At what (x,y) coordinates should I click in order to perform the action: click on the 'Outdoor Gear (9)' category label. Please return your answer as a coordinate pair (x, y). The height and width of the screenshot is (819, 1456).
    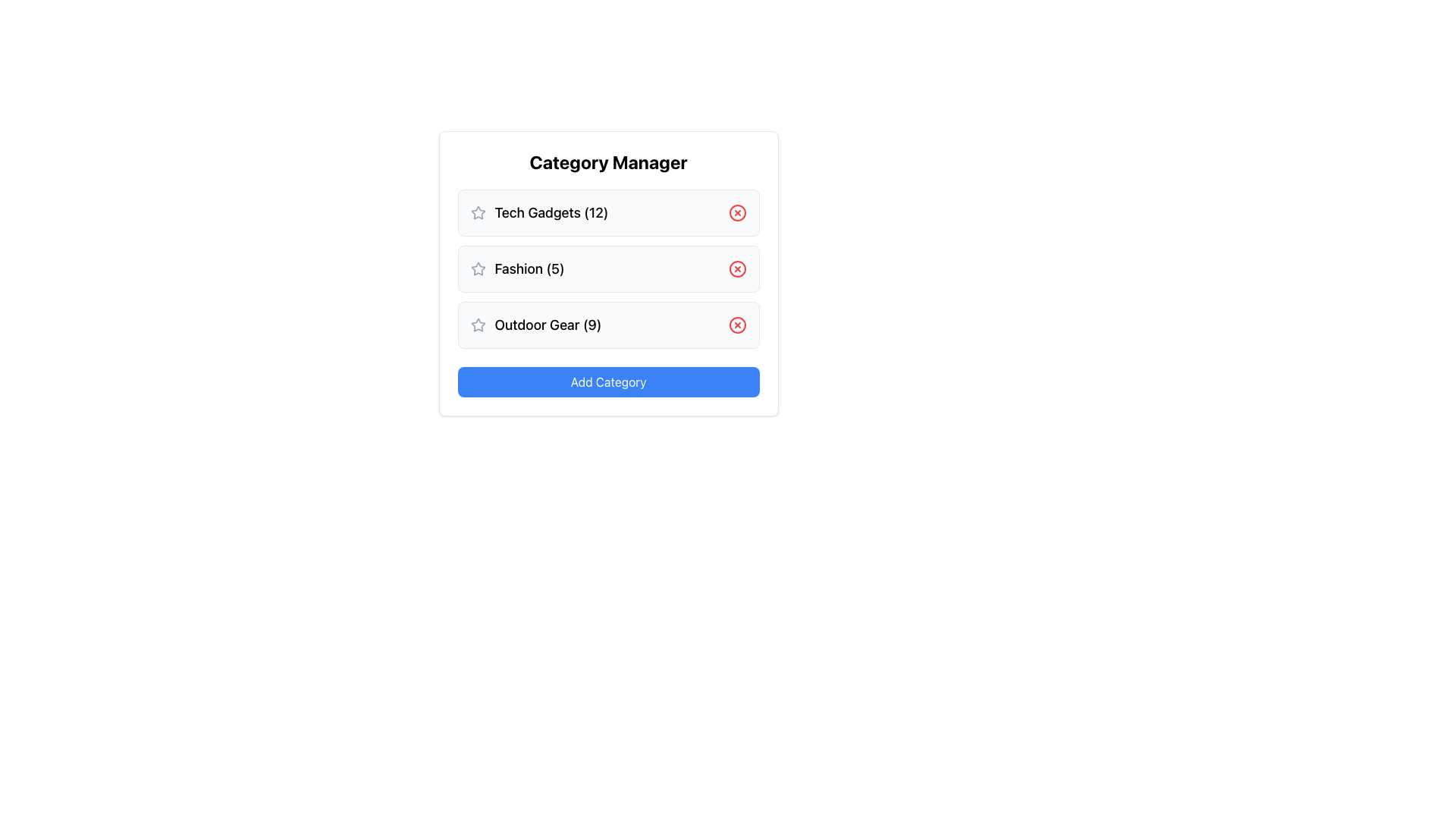
    Looking at the image, I should click on (535, 324).